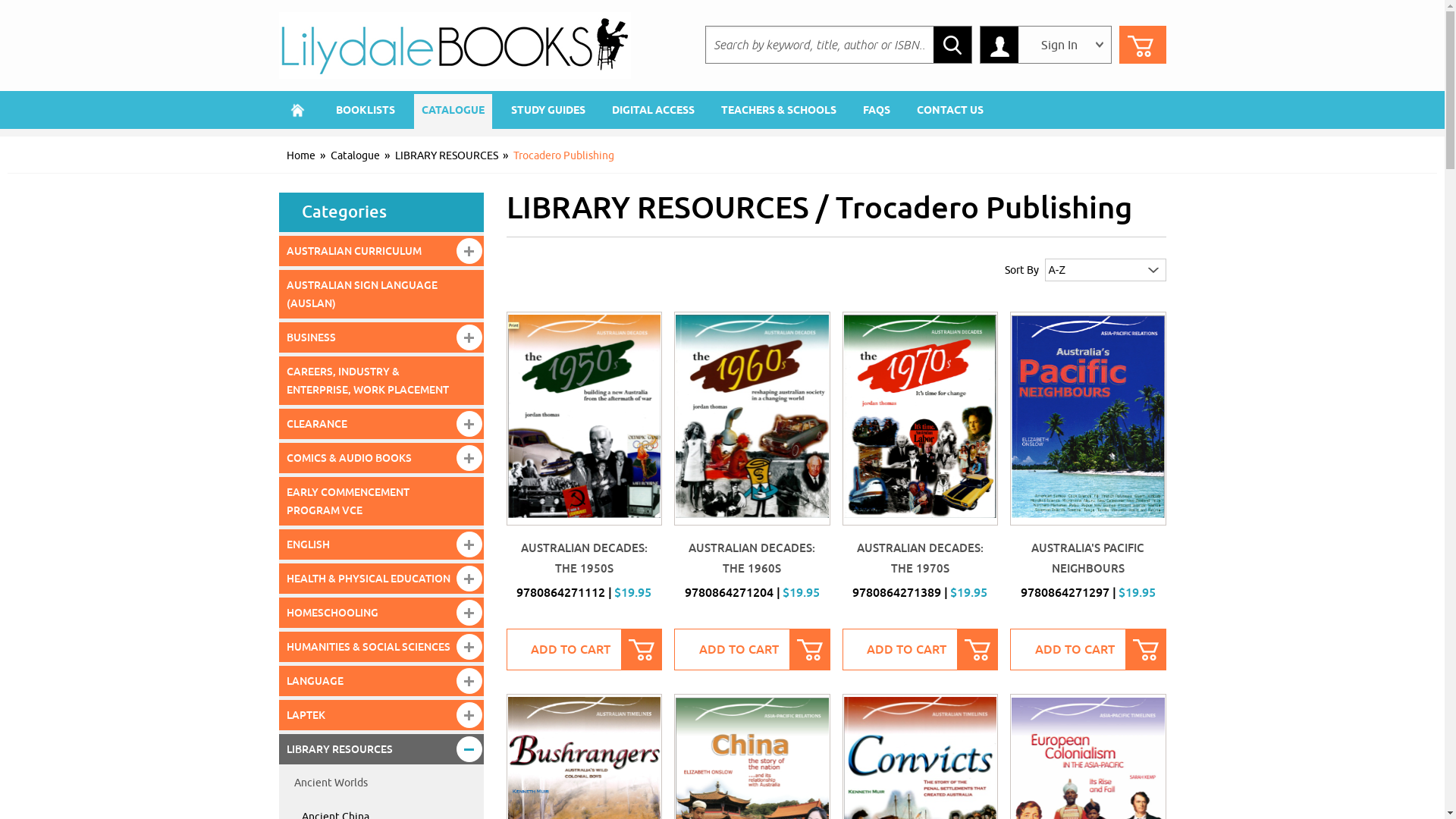  Describe the element at coordinates (652, 109) in the screenshot. I see `'DIGITAL ACCESS'` at that location.